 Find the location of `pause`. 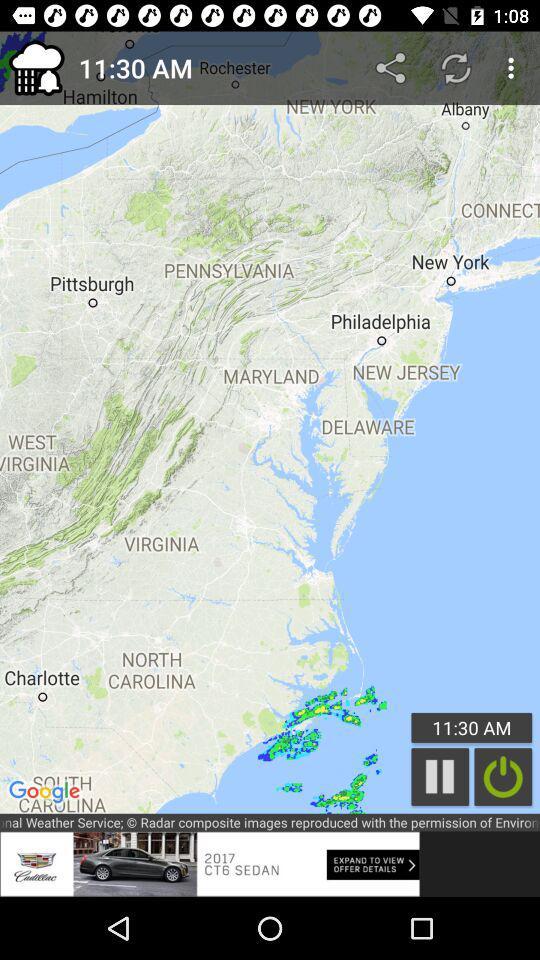

pause is located at coordinates (440, 776).